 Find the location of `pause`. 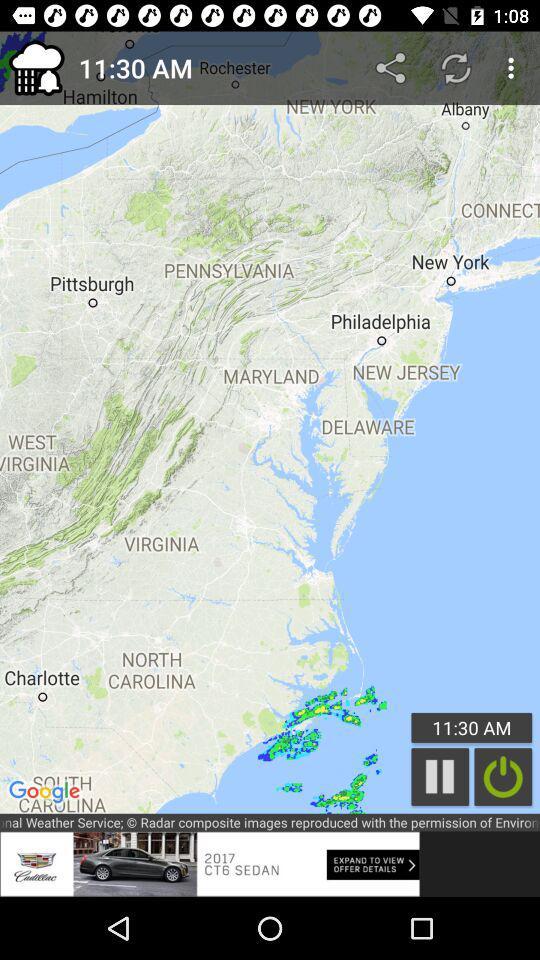

pause is located at coordinates (440, 776).